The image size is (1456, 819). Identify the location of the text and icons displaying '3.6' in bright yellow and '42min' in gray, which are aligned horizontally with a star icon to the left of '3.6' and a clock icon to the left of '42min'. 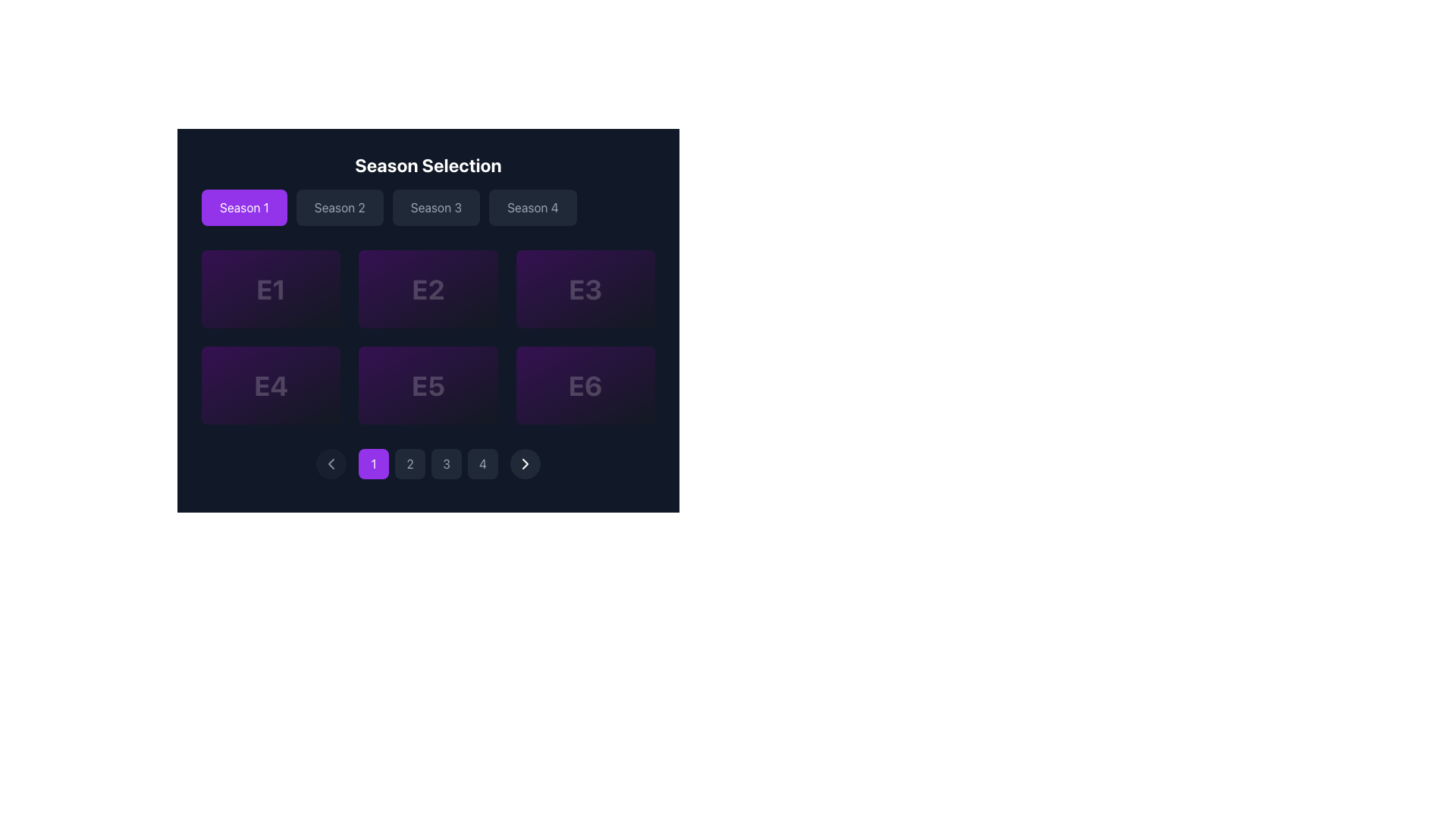
(261, 345).